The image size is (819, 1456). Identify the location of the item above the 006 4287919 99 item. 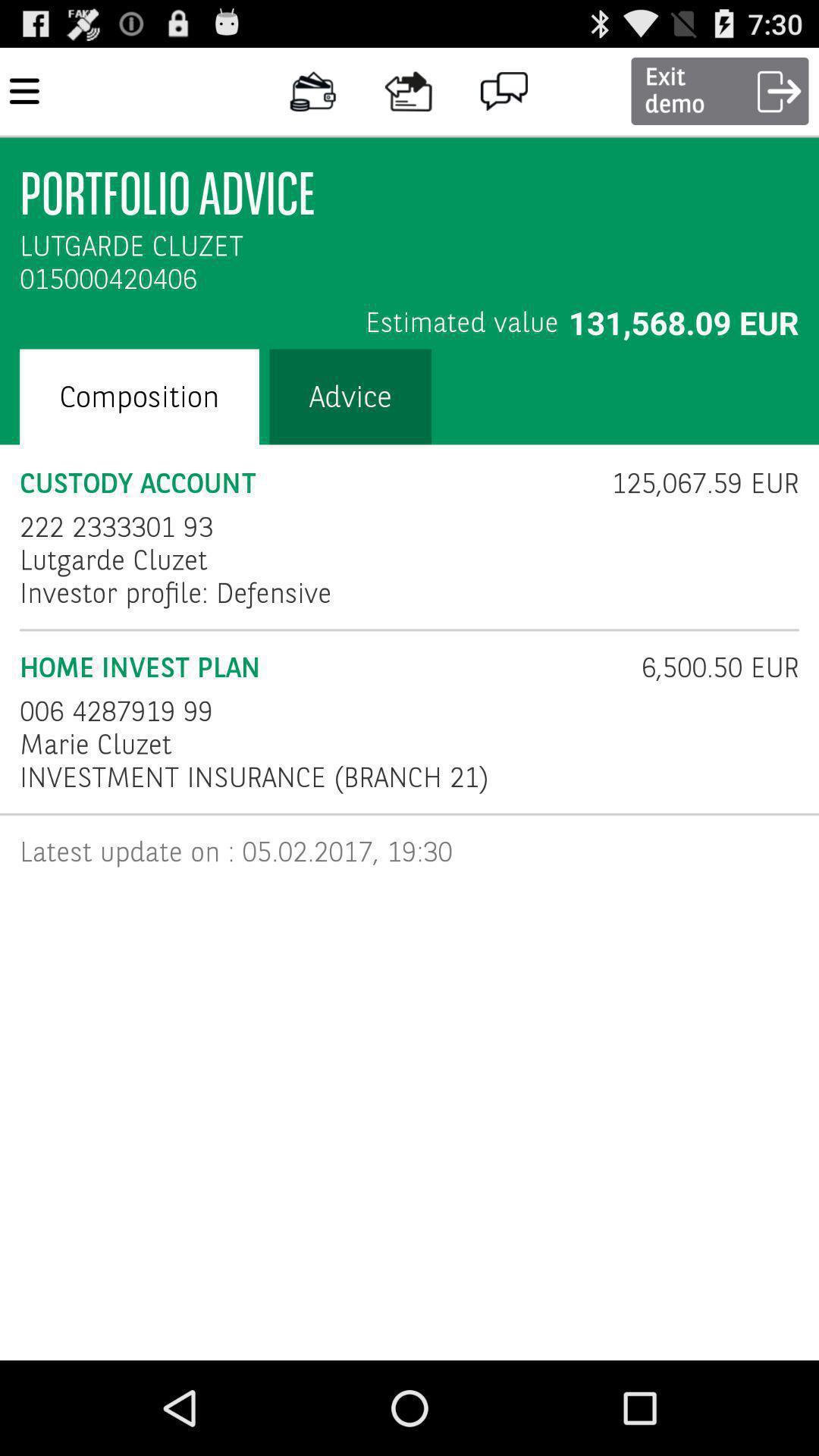
(320, 667).